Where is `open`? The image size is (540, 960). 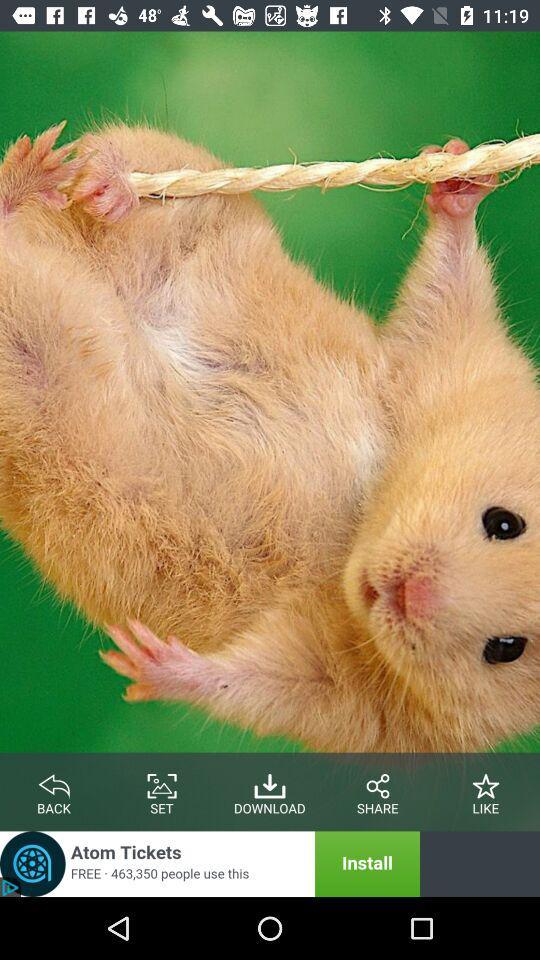
open is located at coordinates (209, 863).